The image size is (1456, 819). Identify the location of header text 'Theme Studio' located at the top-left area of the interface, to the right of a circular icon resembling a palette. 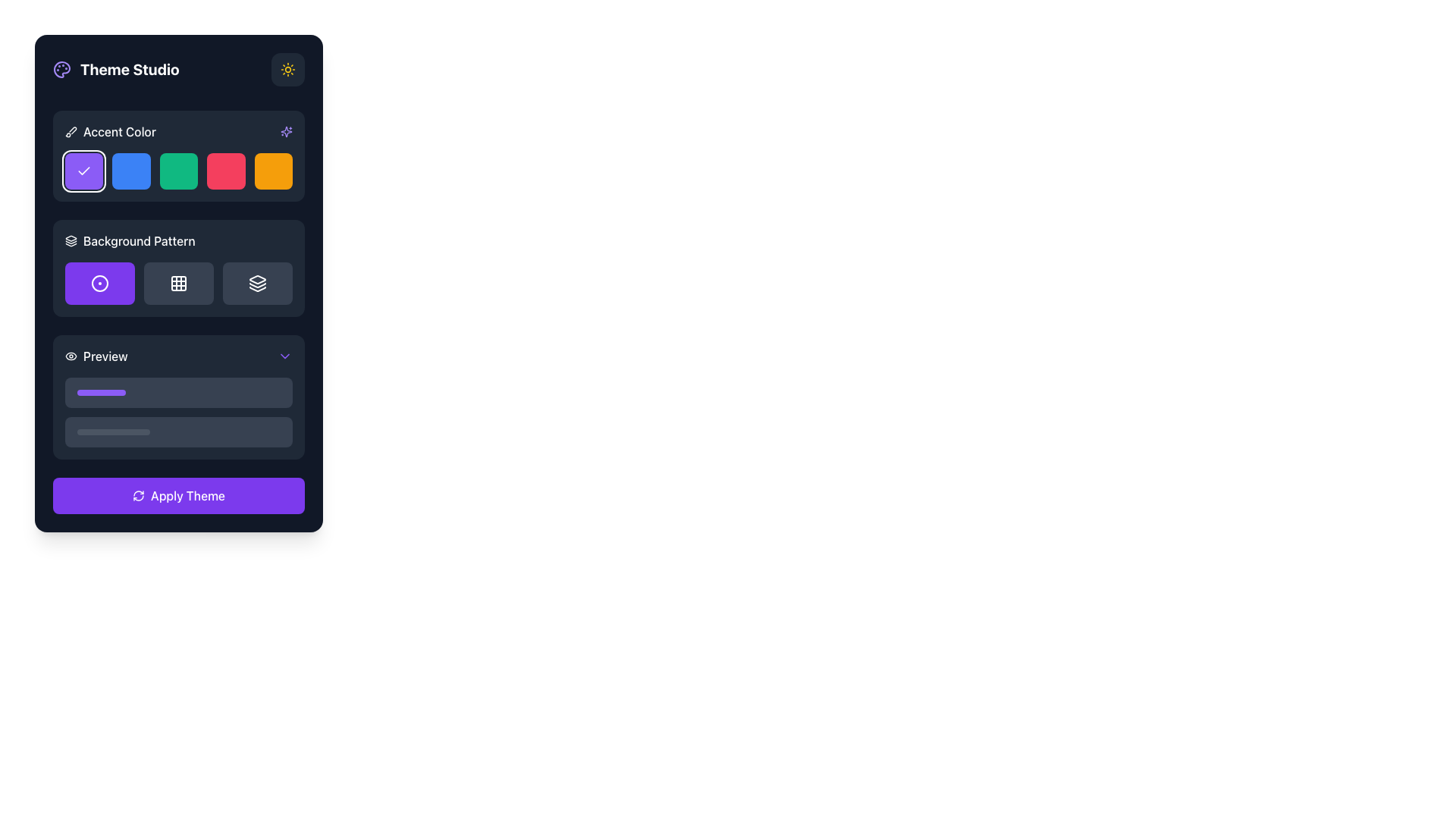
(130, 70).